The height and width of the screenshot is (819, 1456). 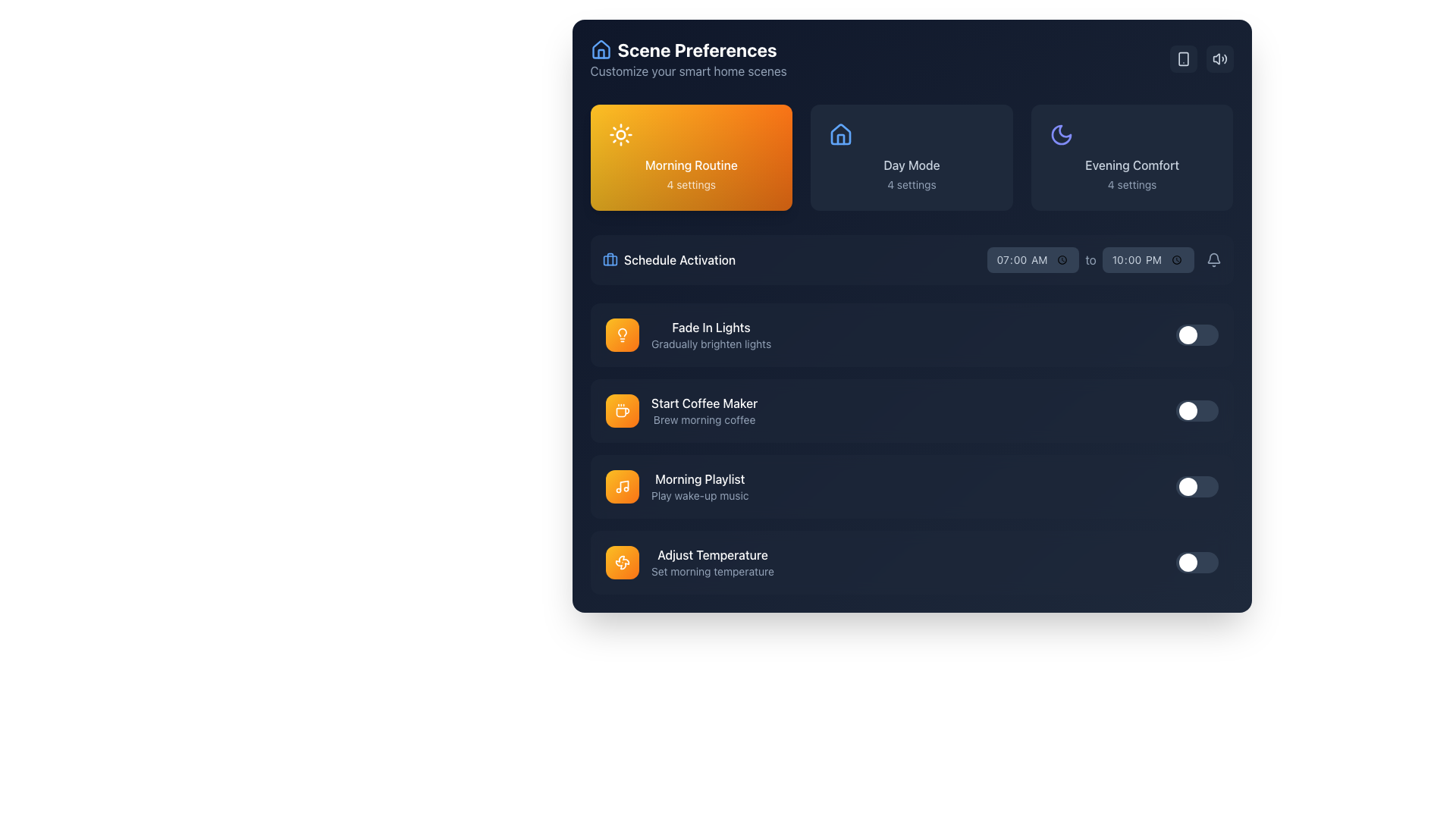 What do you see at coordinates (1060, 133) in the screenshot?
I see `the crescent moon icon in light indigo located at the top-left corner of the 'Evening Comfort' card, above the label and description` at bounding box center [1060, 133].